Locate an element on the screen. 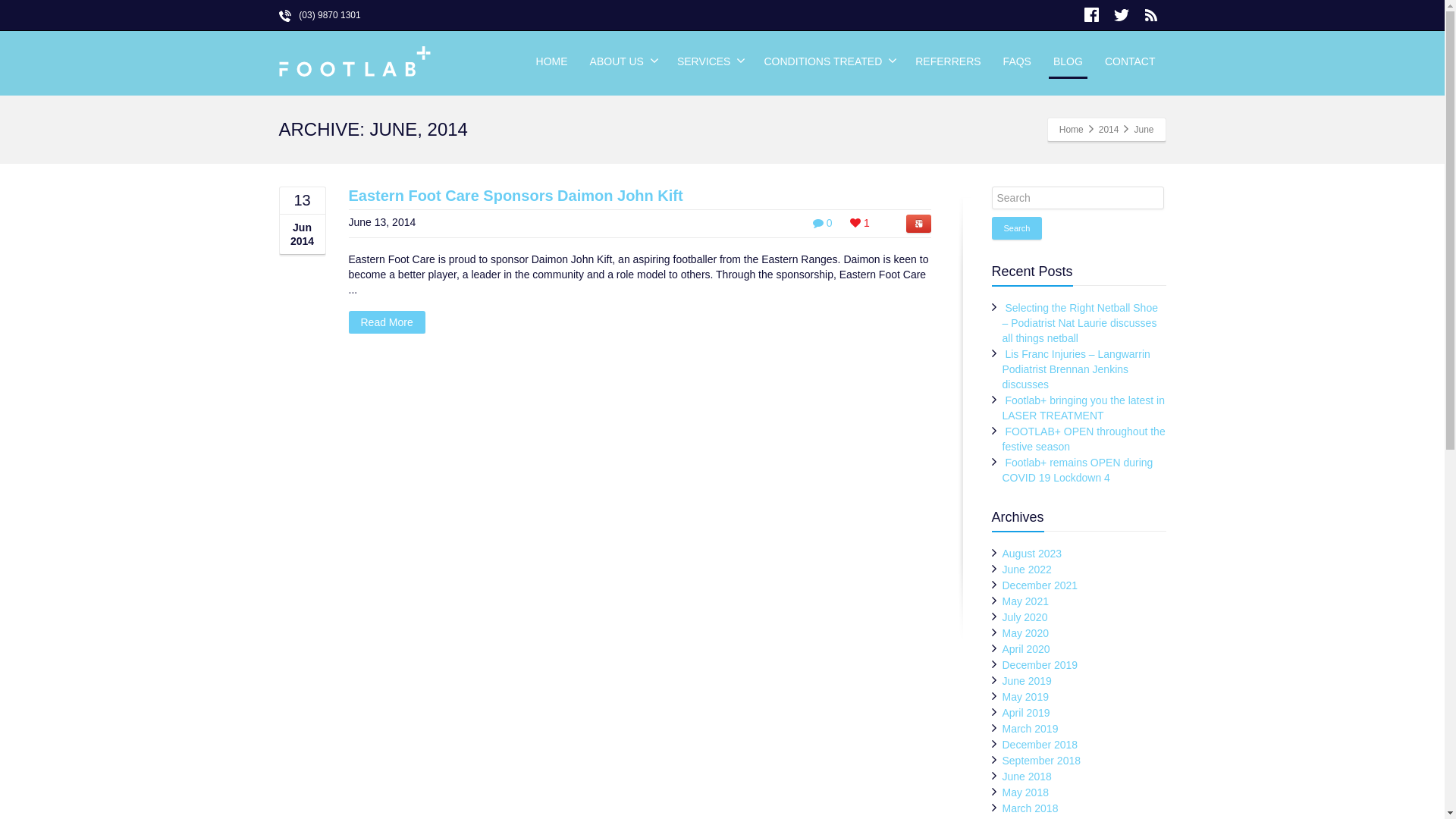 This screenshot has height=819, width=1456. 'June 2019' is located at coordinates (1027, 680).